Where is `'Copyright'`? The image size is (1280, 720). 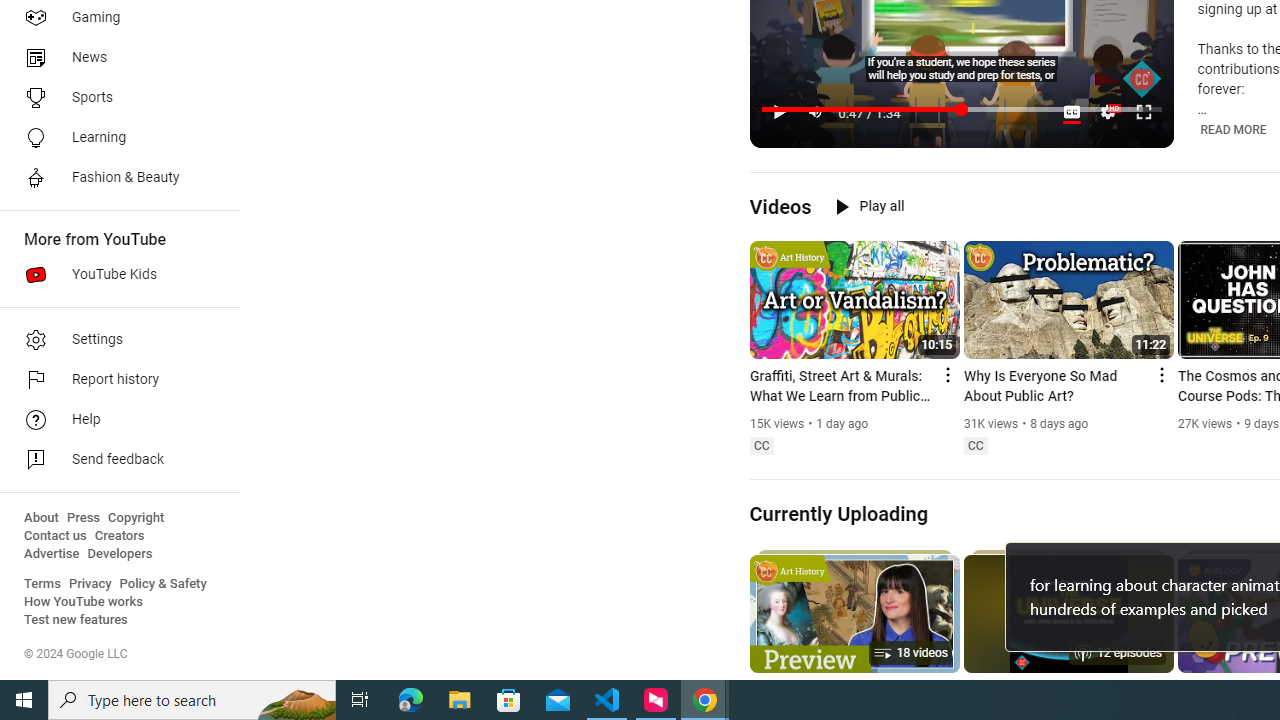
'Copyright' is located at coordinates (135, 517).